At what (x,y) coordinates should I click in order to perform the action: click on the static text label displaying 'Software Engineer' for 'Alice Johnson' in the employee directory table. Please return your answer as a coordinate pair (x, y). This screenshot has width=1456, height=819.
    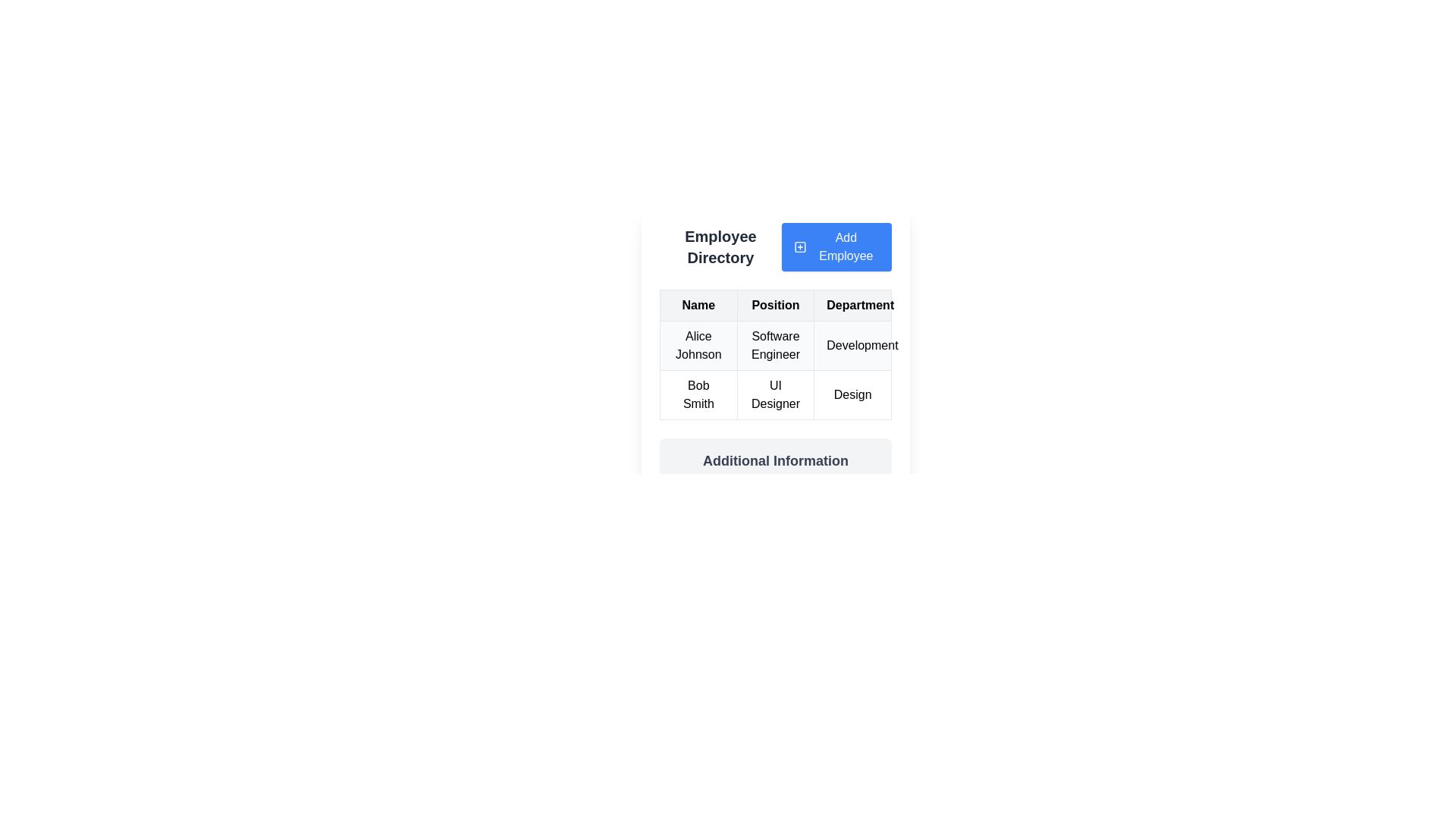
    Looking at the image, I should click on (775, 345).